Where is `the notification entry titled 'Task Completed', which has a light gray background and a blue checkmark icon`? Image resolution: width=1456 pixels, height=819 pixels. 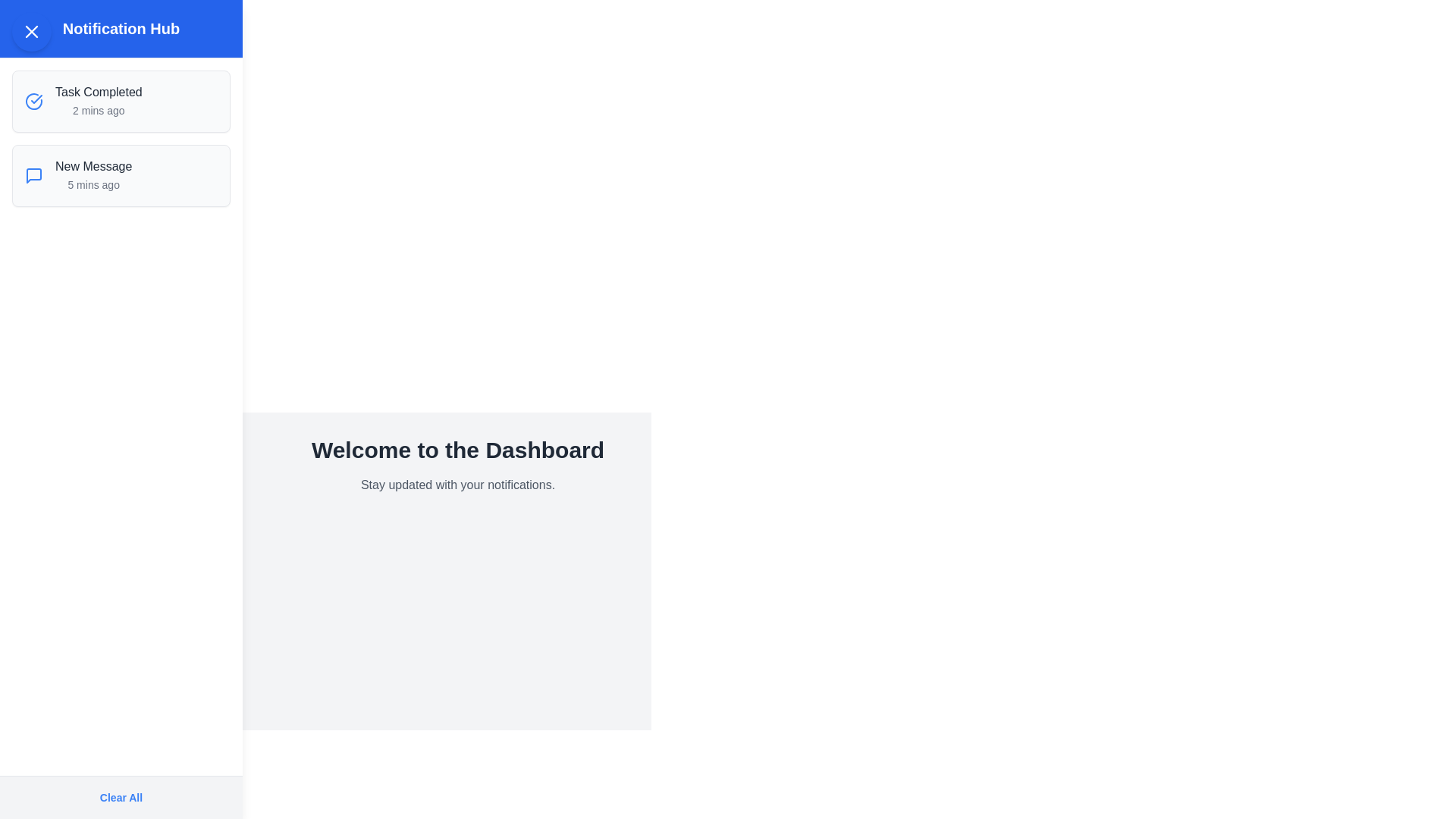 the notification entry titled 'Task Completed', which has a light gray background and a blue checkmark icon is located at coordinates (120, 102).